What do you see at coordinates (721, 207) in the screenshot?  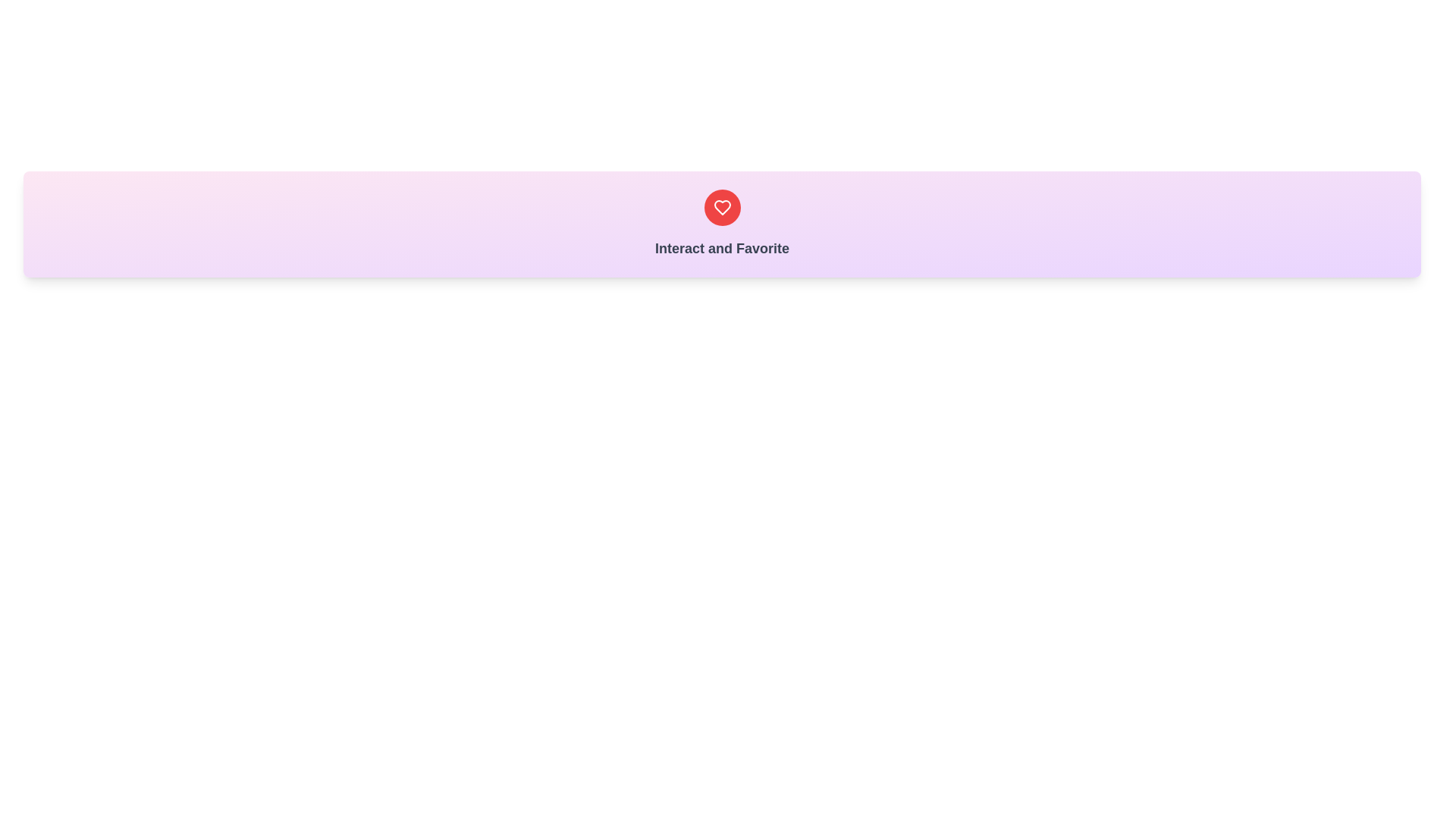 I see `the 'favorite' icon, which is centrally located within a red circular background` at bounding box center [721, 207].